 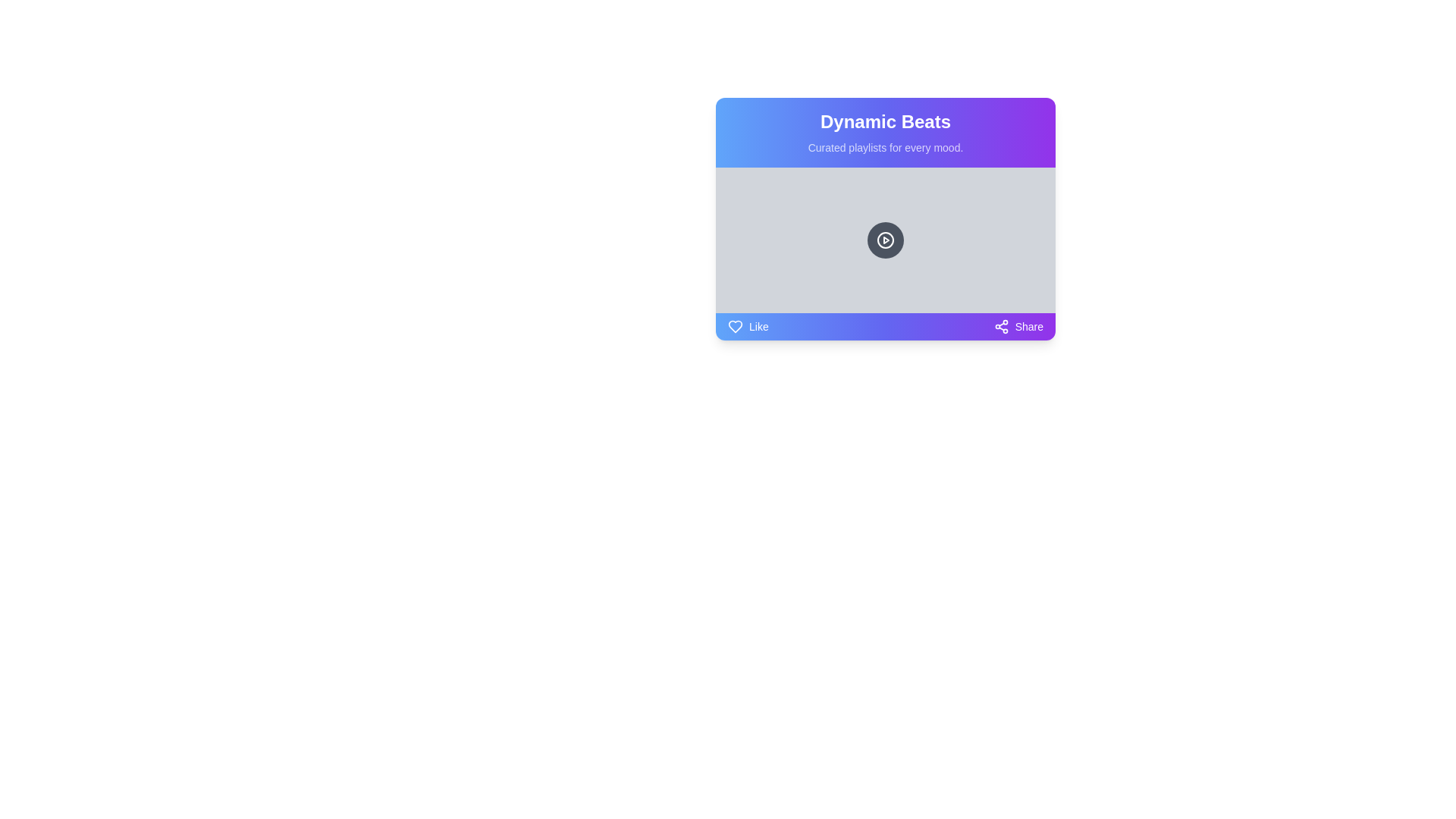 What do you see at coordinates (885, 239) in the screenshot?
I see `the circular shape within the play button icon located at the center of the 'Dynamic Beats' card` at bounding box center [885, 239].